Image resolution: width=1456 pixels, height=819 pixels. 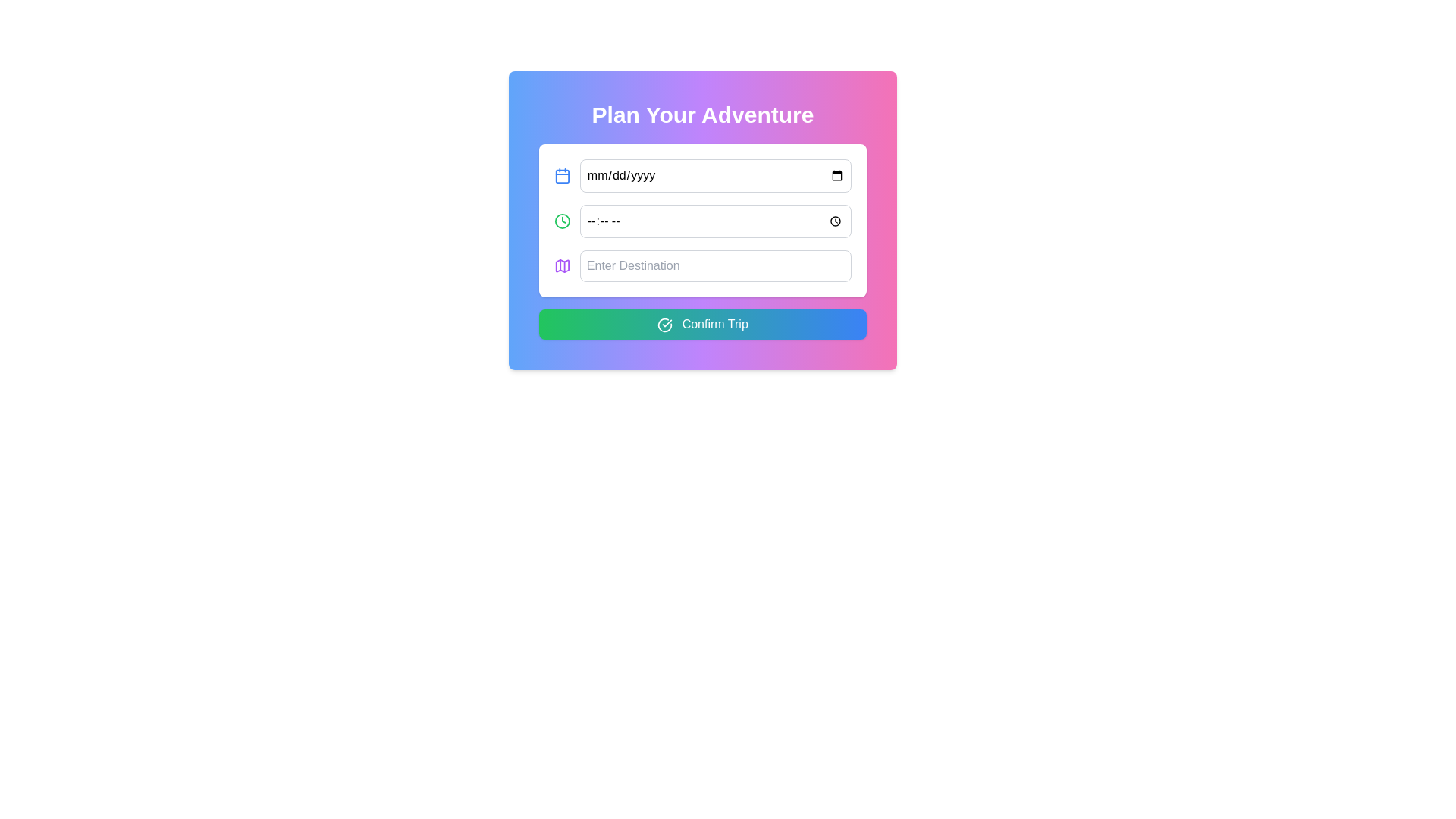 What do you see at coordinates (701, 324) in the screenshot?
I see `the 'Confirm Trip' button, which has a green-to-blue gradient background and white text, to observe the hover effects` at bounding box center [701, 324].